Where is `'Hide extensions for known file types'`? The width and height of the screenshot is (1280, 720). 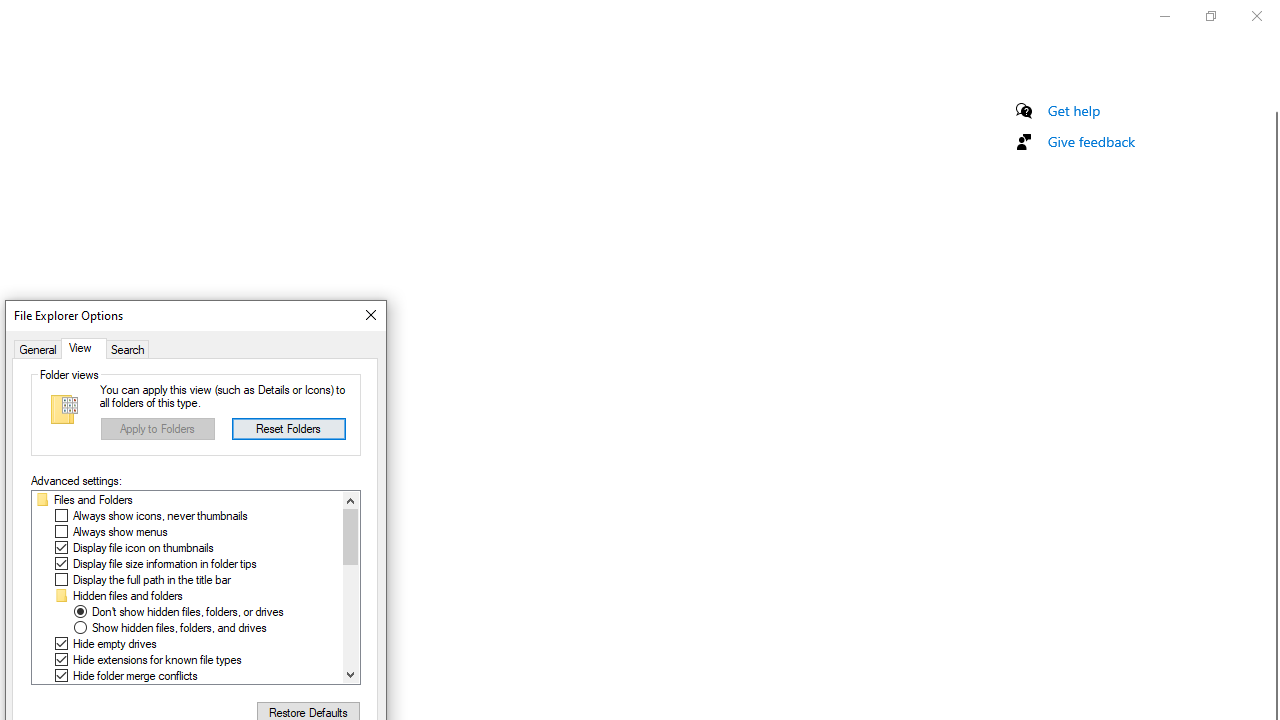
'Hide extensions for known file types' is located at coordinates (156, 660).